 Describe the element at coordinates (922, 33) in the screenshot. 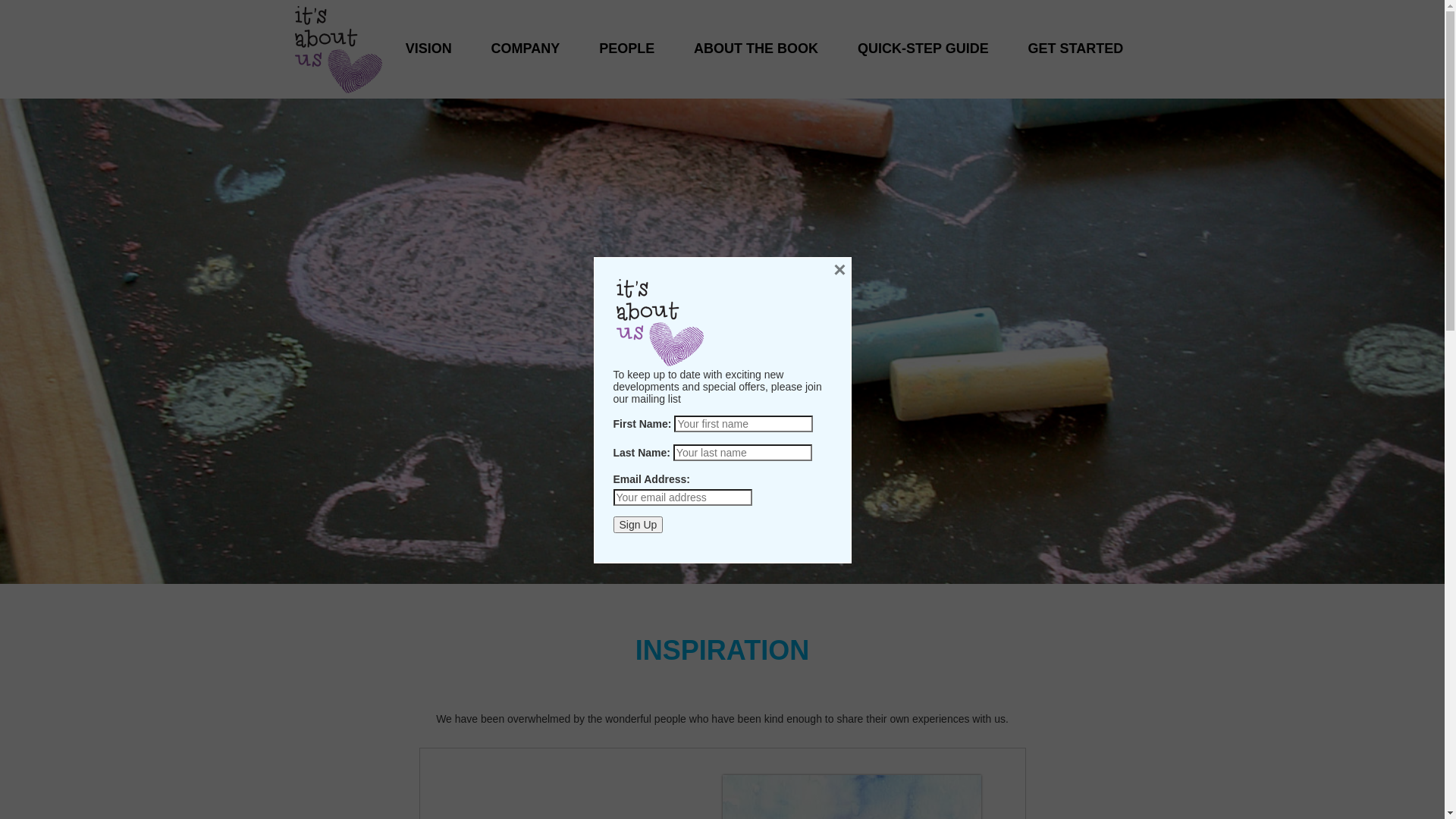

I see `'QUICK-STEP GUIDE'` at that location.